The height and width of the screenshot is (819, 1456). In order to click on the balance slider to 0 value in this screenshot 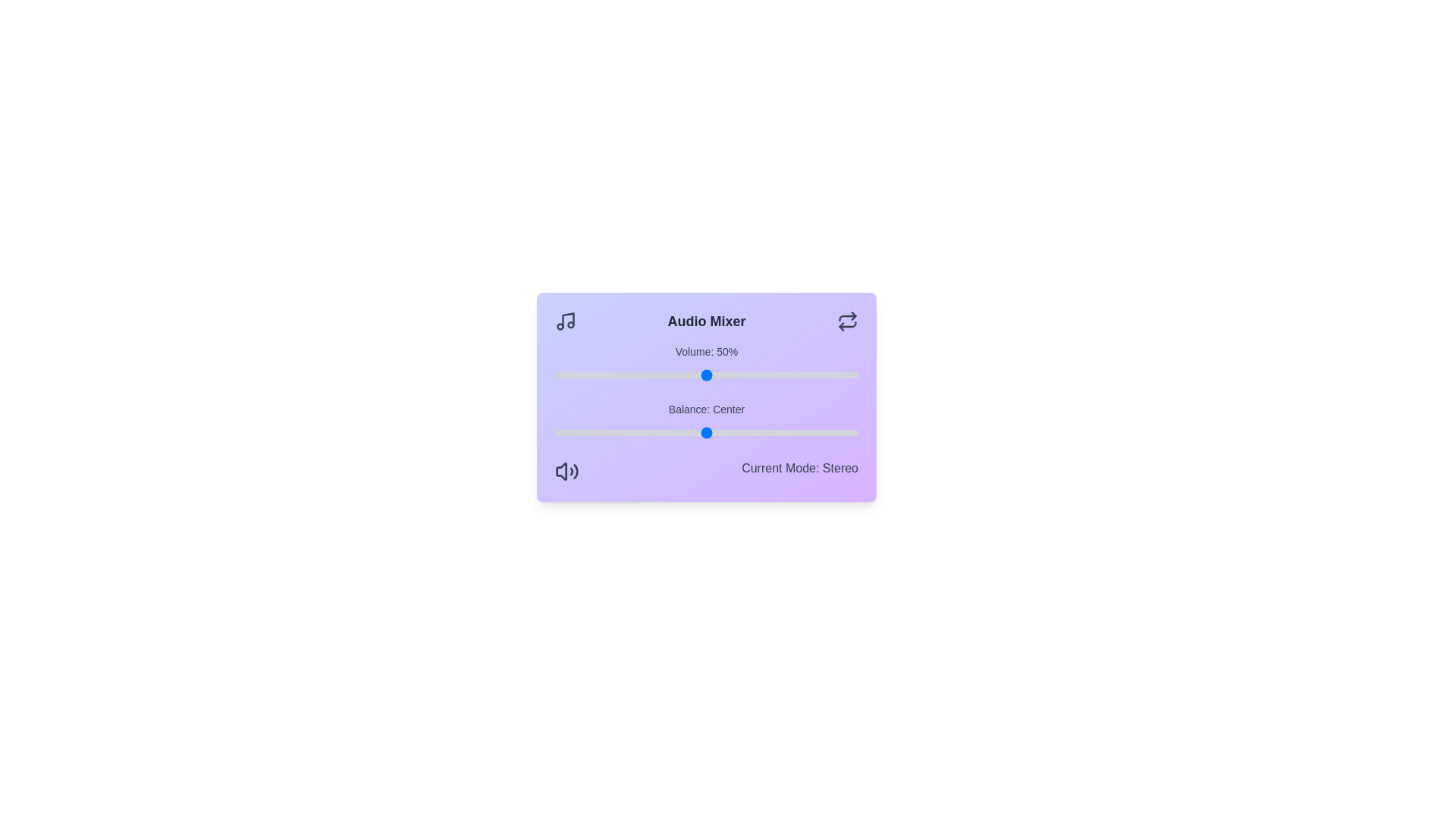, I will do `click(705, 432)`.